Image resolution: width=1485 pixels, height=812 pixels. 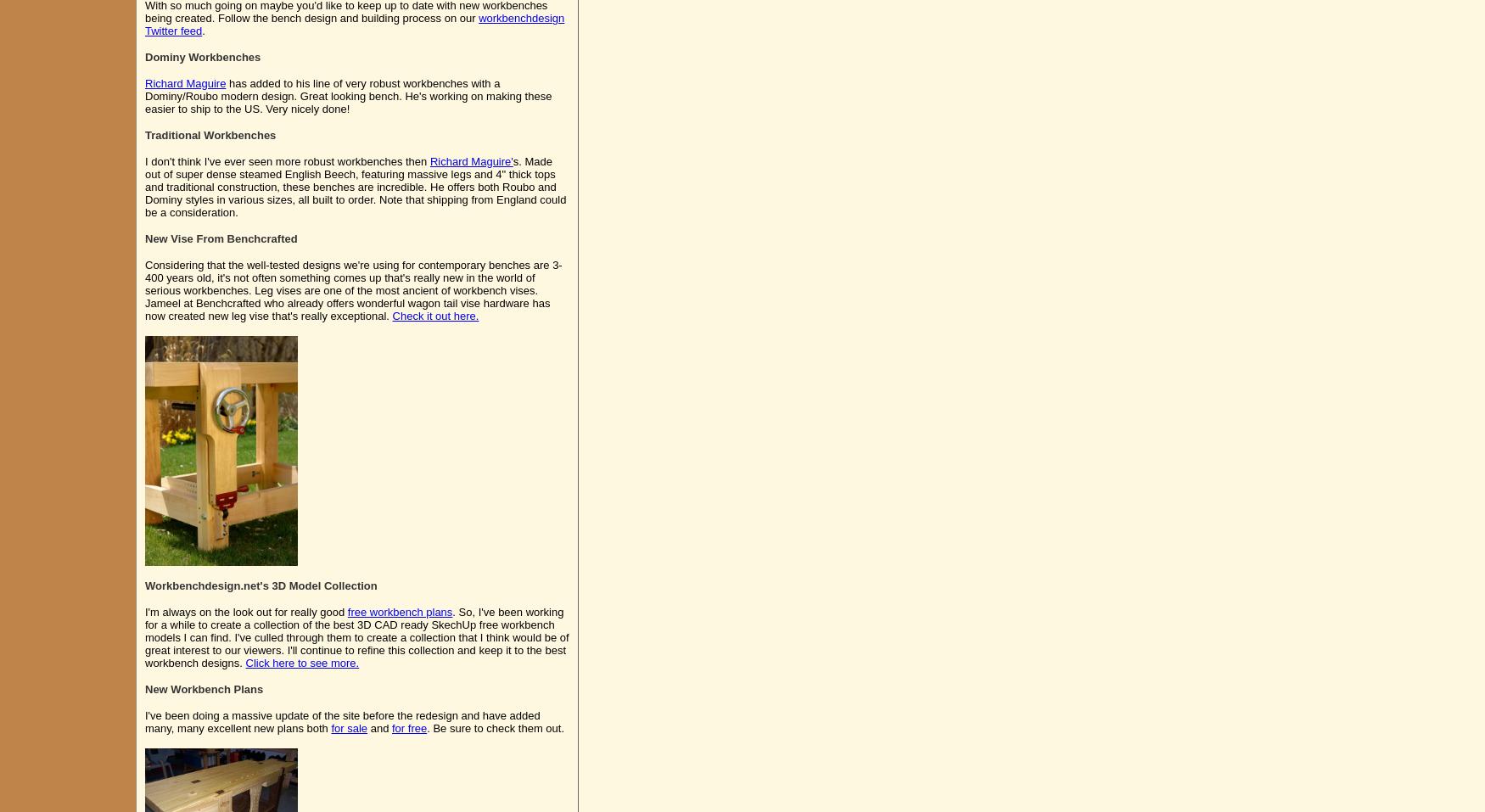 What do you see at coordinates (348, 727) in the screenshot?
I see `'for sale'` at bounding box center [348, 727].